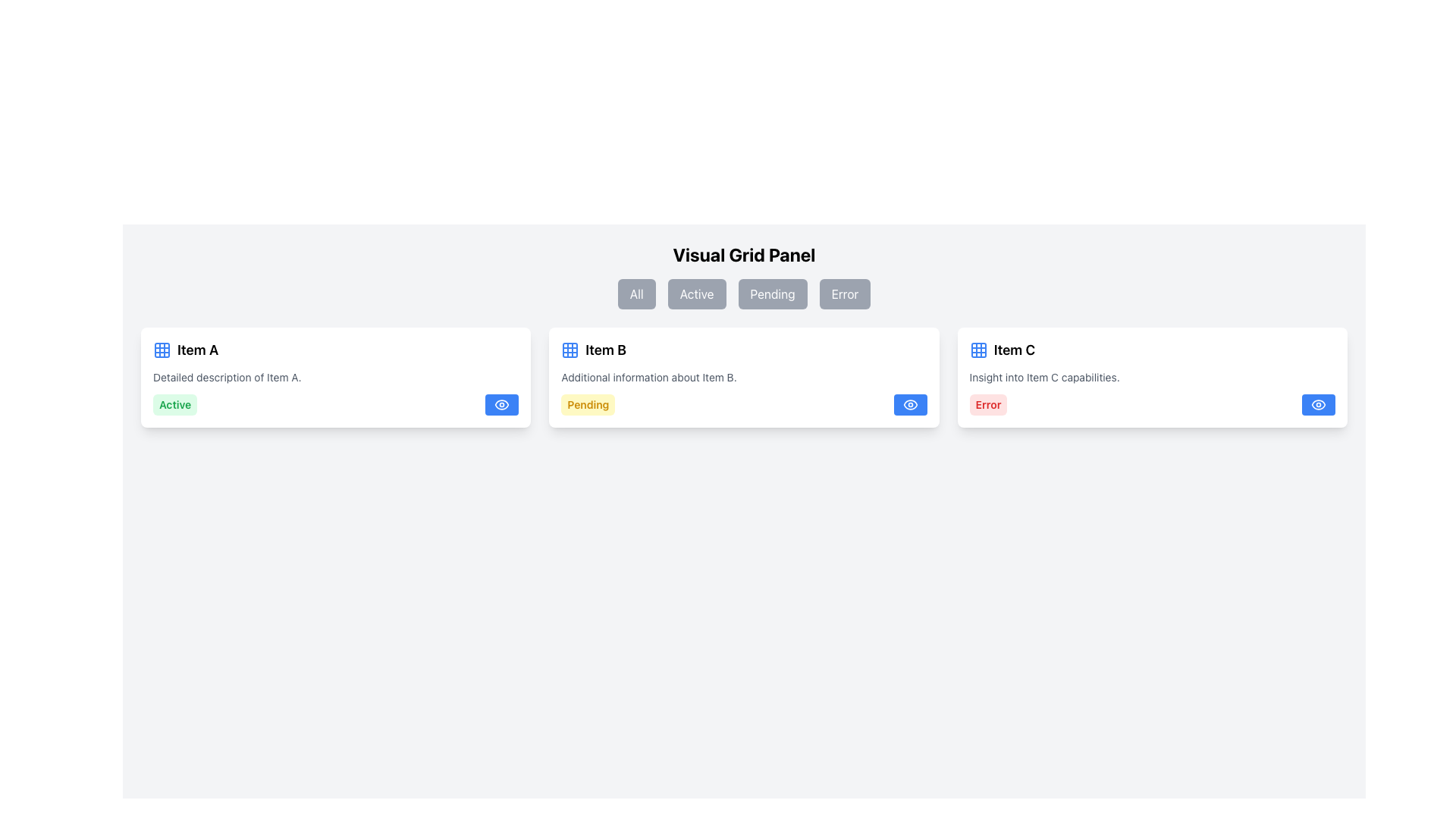 The width and height of the screenshot is (1456, 819). What do you see at coordinates (1043, 376) in the screenshot?
I see `the static text element displaying 'Insight into Item C capabilities.' which is located below the heading 'Item C' and above the 'Error' label` at bounding box center [1043, 376].